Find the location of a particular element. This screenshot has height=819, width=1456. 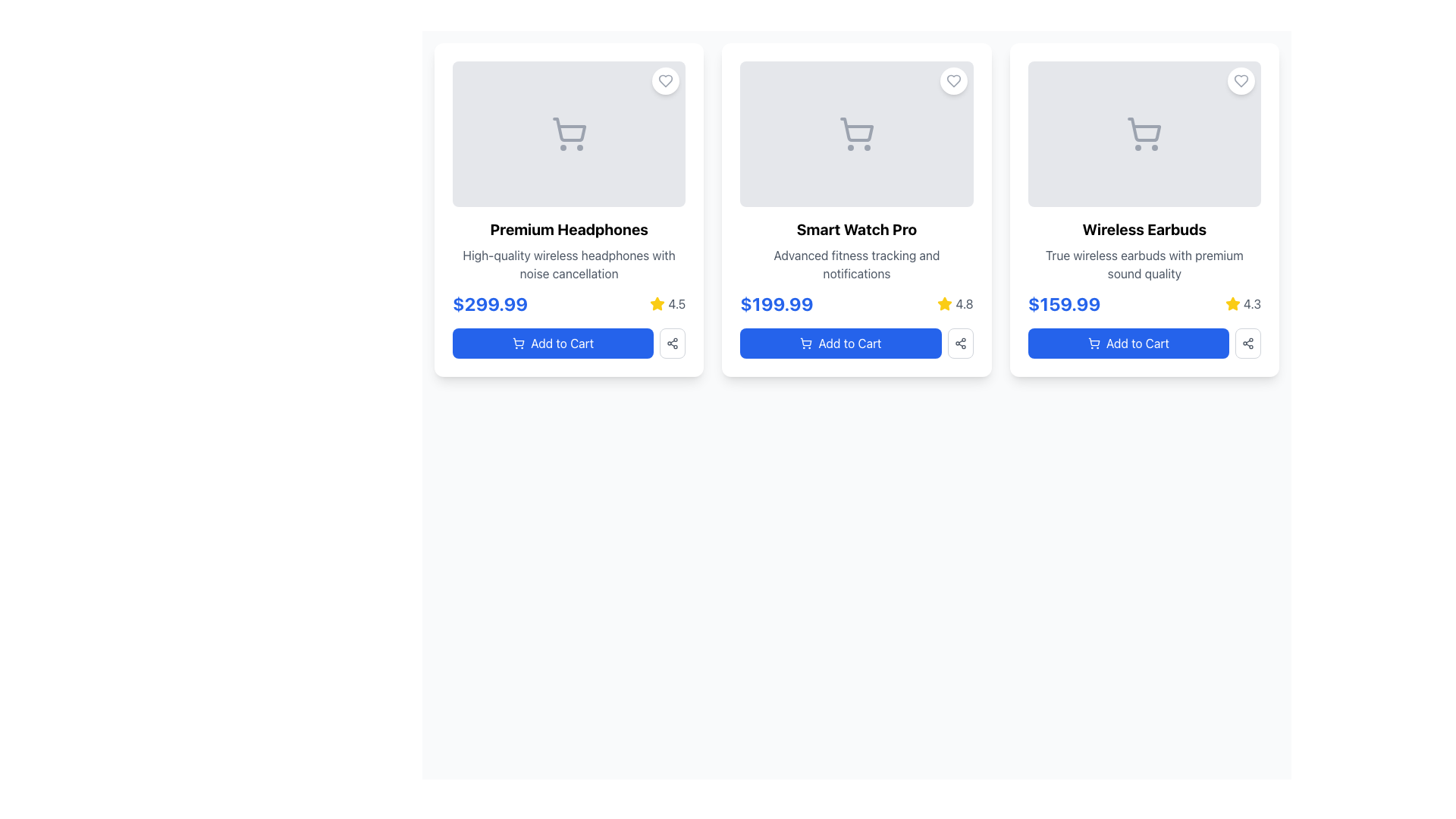

the rating section of the informational display for 'Premium Headphones' is located at coordinates (568, 304).